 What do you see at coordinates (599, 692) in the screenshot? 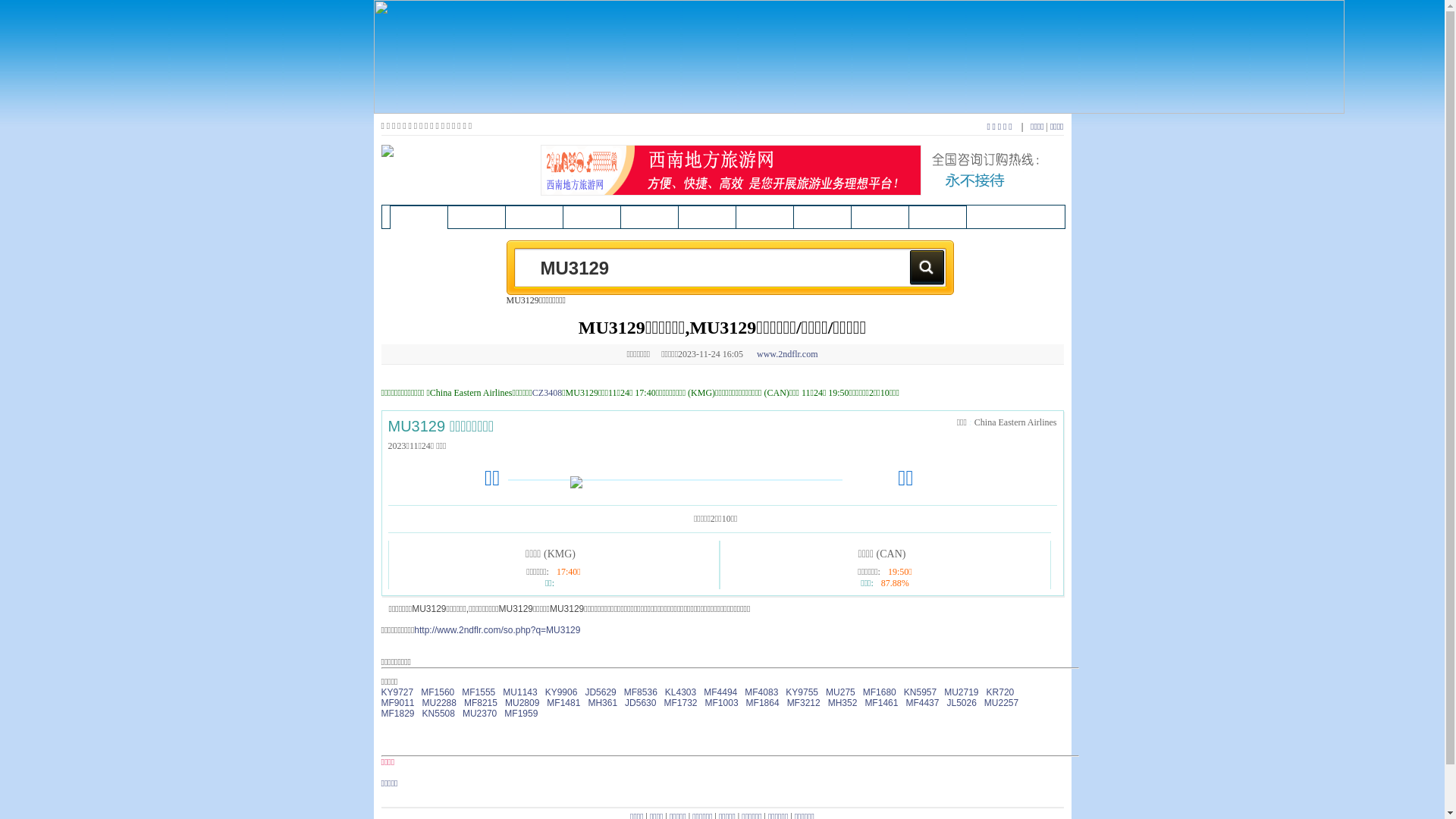
I see `'JD5629'` at bounding box center [599, 692].